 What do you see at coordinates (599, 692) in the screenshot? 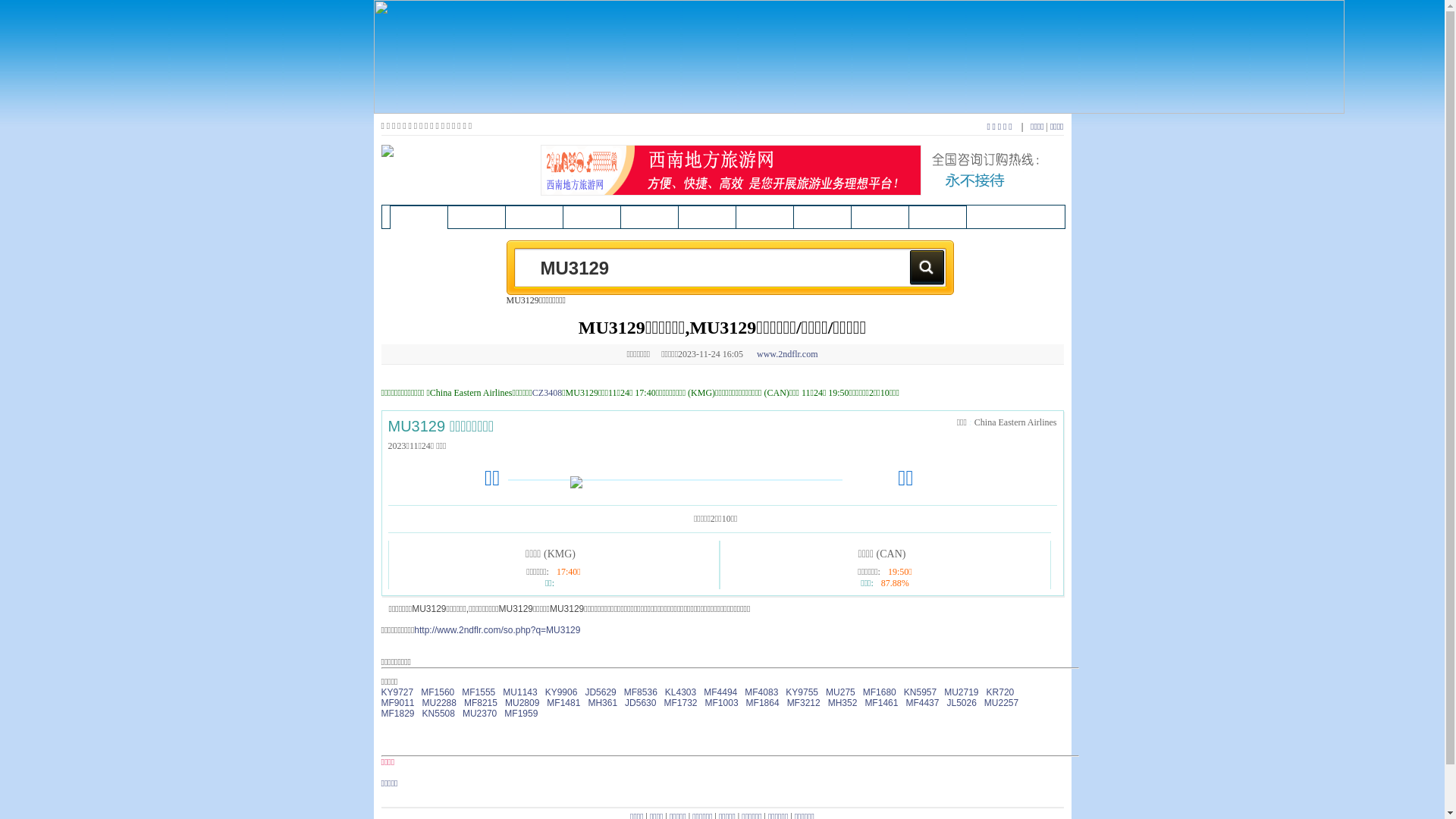
I see `'JD5629'` at bounding box center [599, 692].